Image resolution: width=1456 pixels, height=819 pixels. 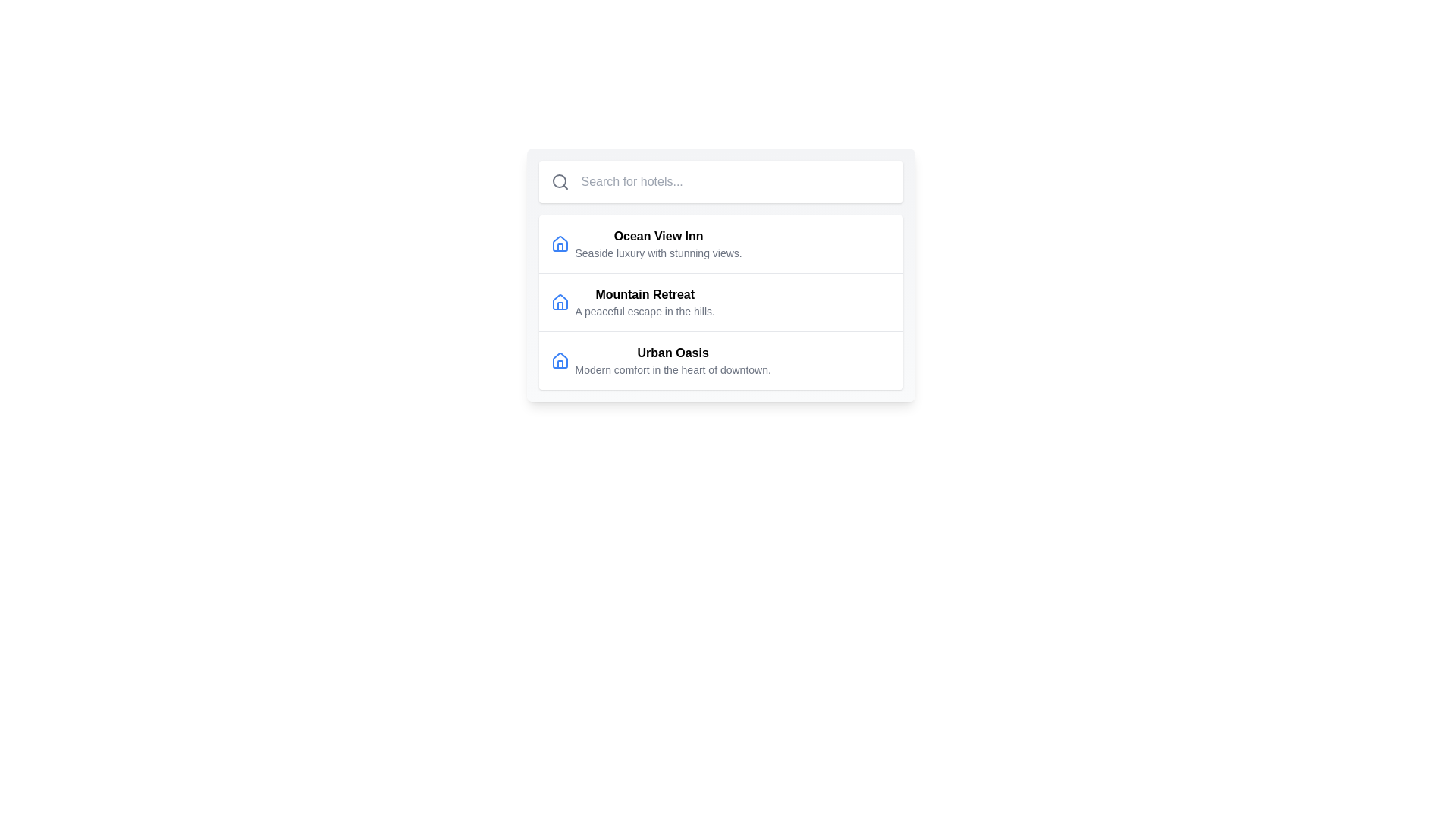 What do you see at coordinates (672, 360) in the screenshot?
I see `the text block titled 'Urban Oasis' which is the third item in a scrollable list of hotel options` at bounding box center [672, 360].